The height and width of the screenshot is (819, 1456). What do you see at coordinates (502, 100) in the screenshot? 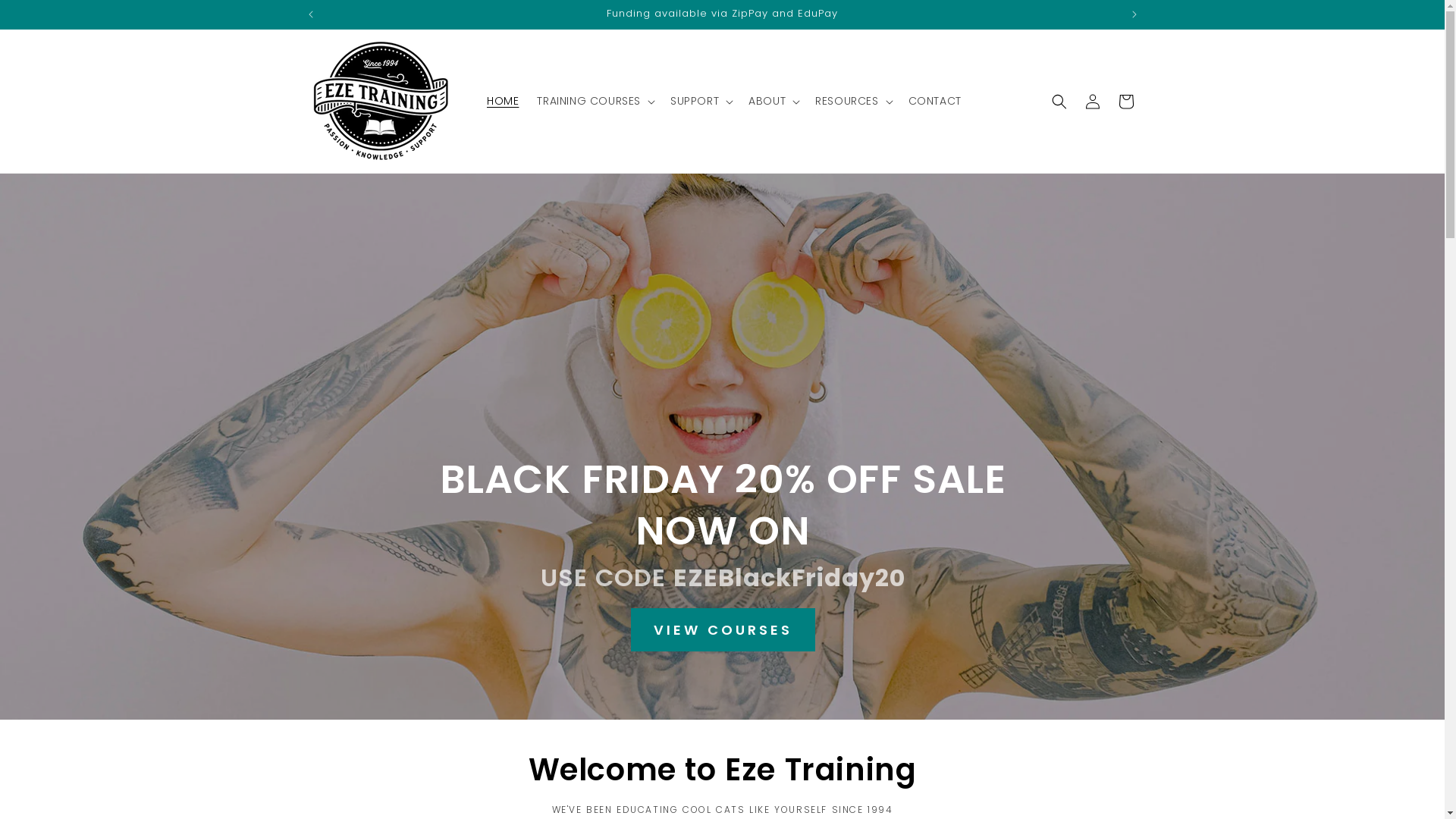
I see `'HOME'` at bounding box center [502, 100].